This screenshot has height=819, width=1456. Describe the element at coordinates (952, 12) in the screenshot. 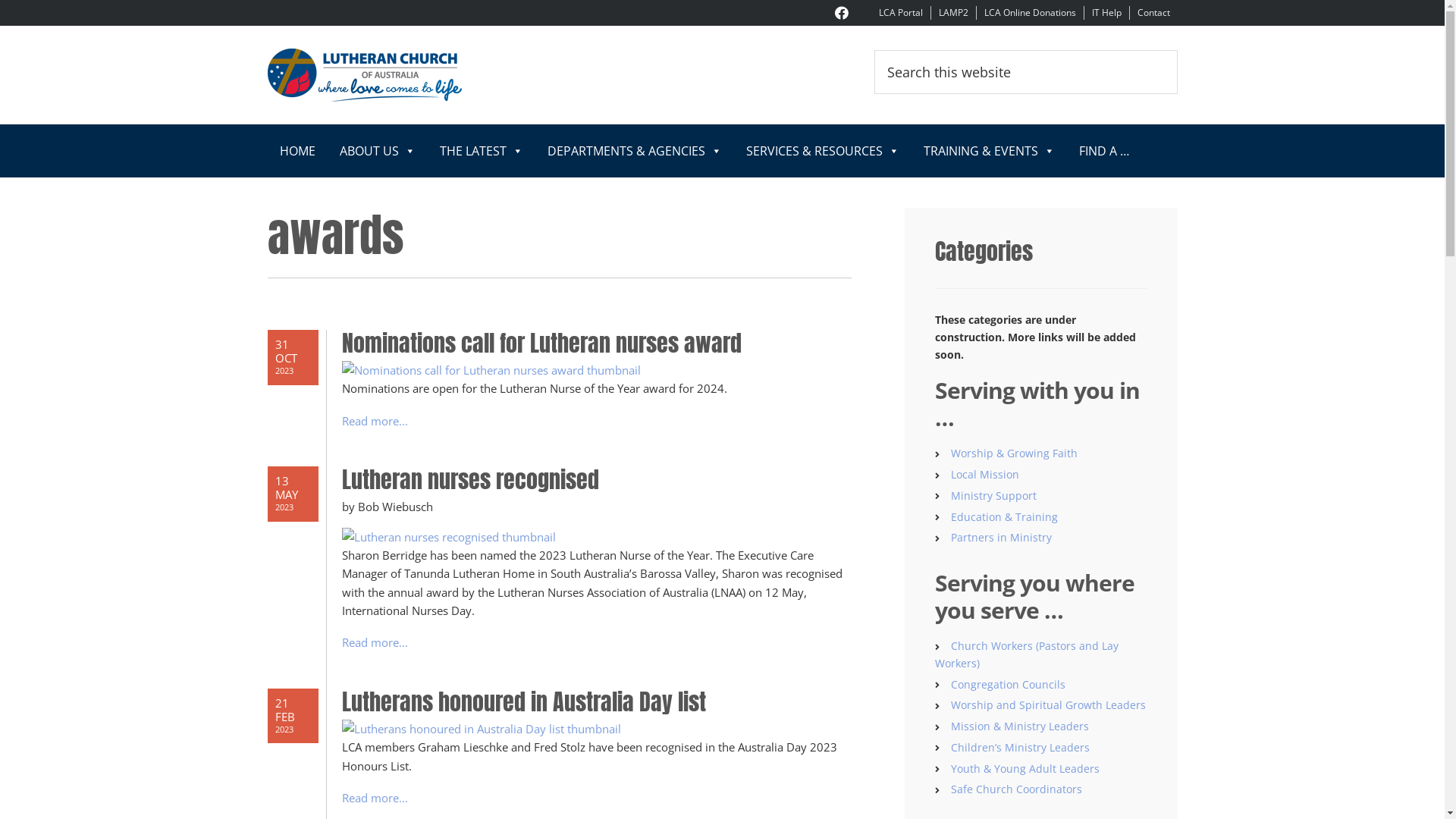

I see `'LAMP2'` at that location.